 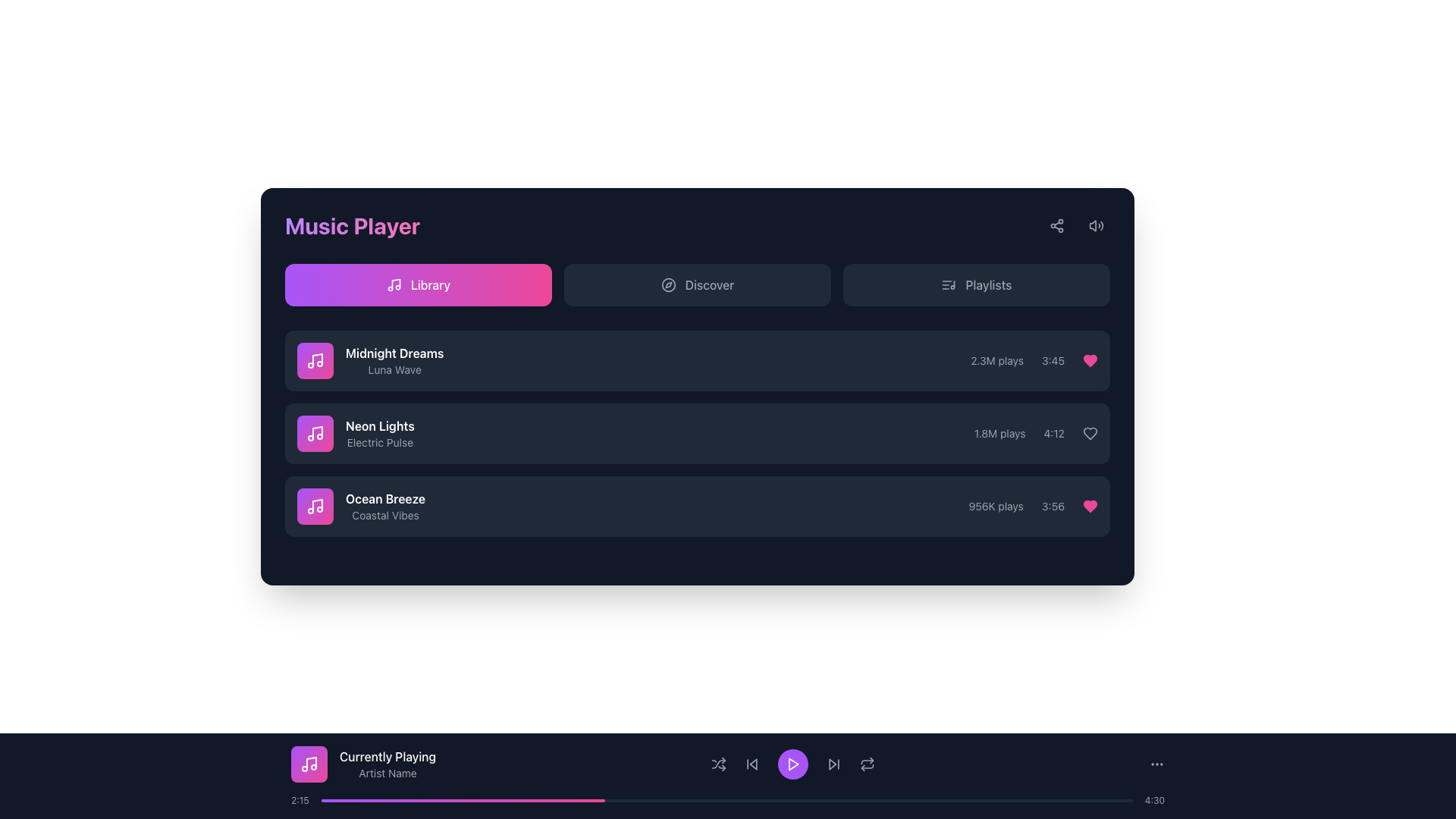 What do you see at coordinates (1090, 360) in the screenshot?
I see `the heart icon in the upper-right corner of the first row in the music track list` at bounding box center [1090, 360].